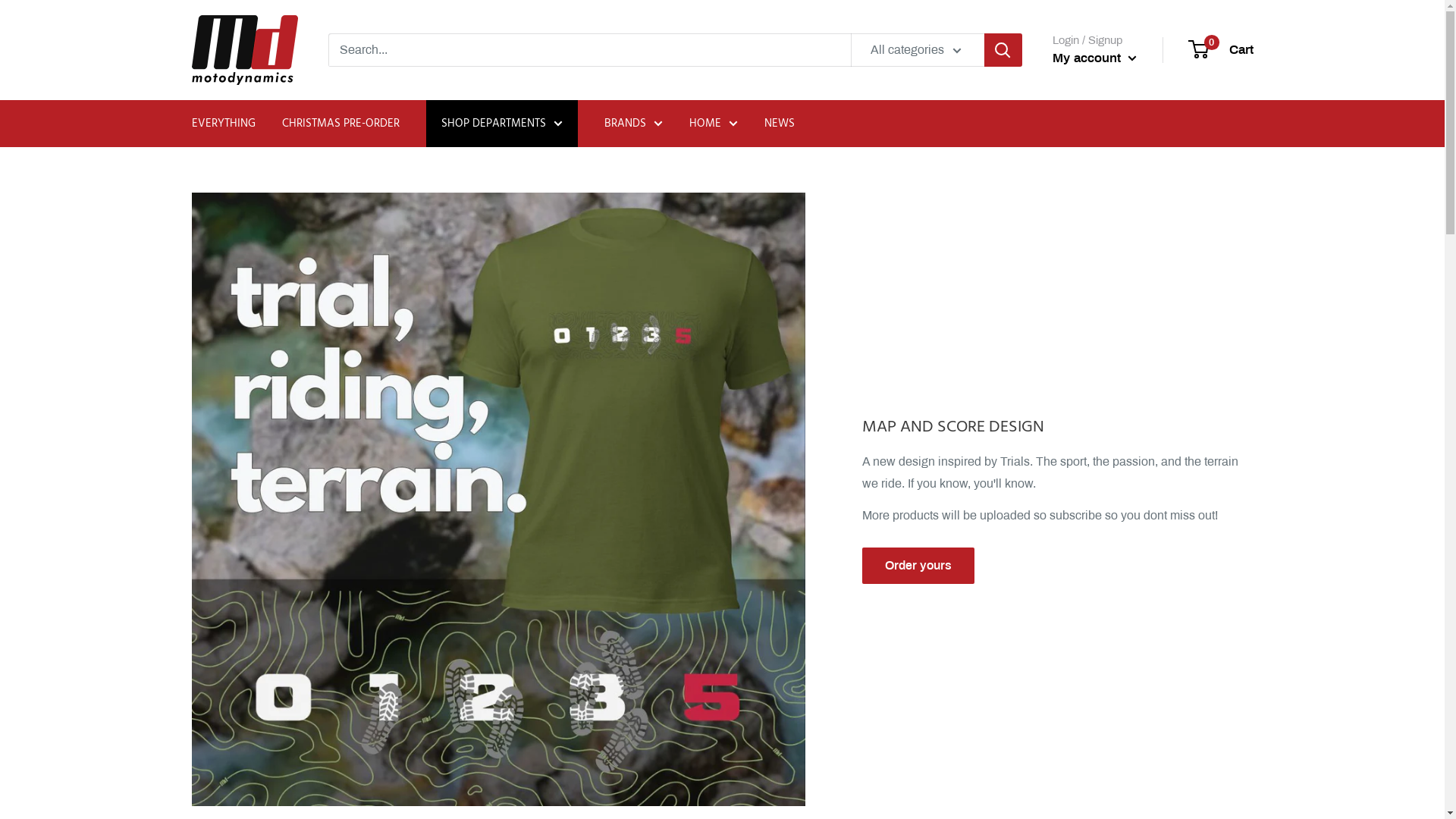 This screenshot has width=1456, height=819. I want to click on '0, so click(1220, 49).